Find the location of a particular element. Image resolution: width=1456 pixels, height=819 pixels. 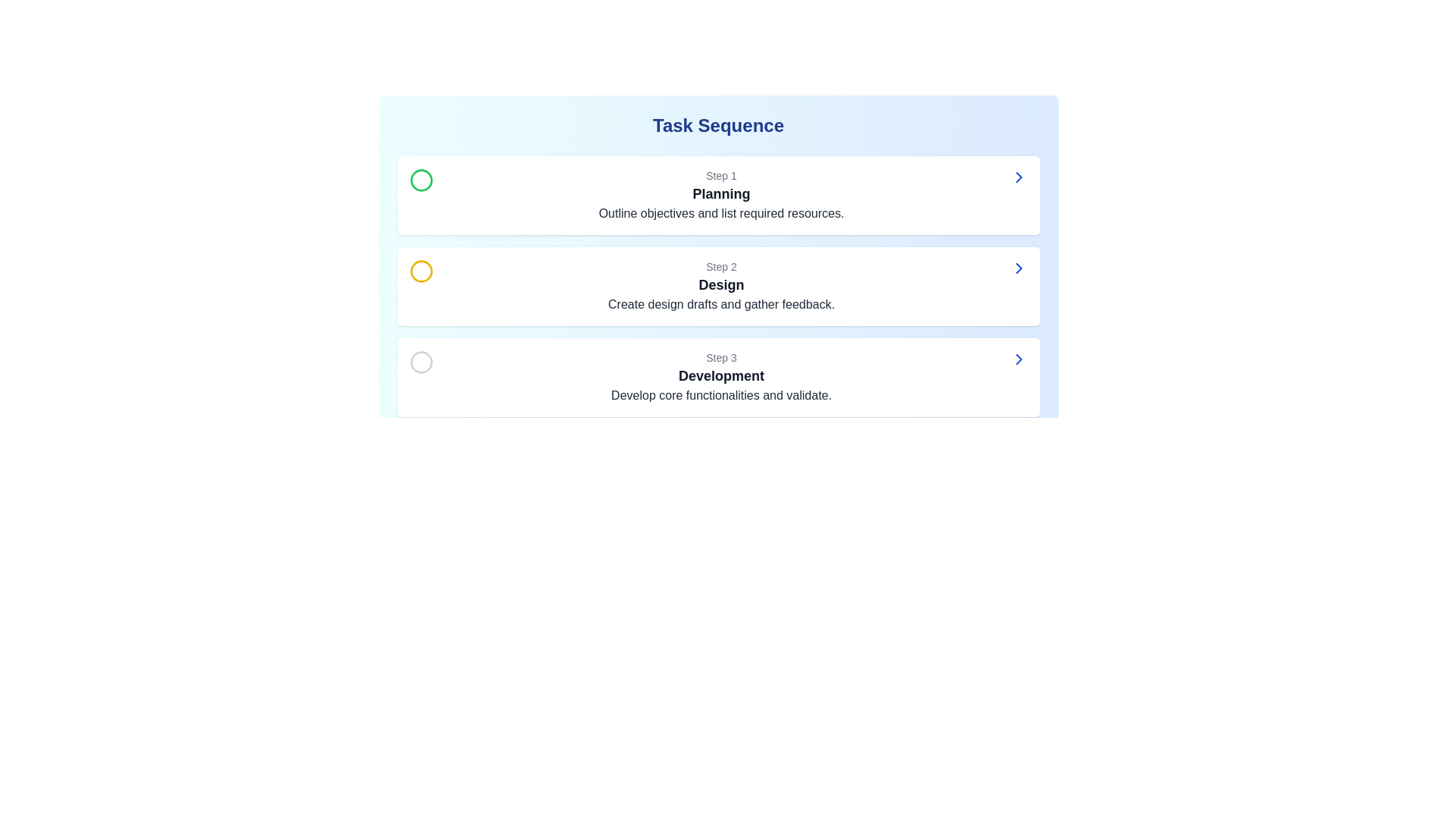

the rightward-pointing blue chevron icon located in the far-right part of the 'Step 2' and 'Design' section is located at coordinates (1018, 268).